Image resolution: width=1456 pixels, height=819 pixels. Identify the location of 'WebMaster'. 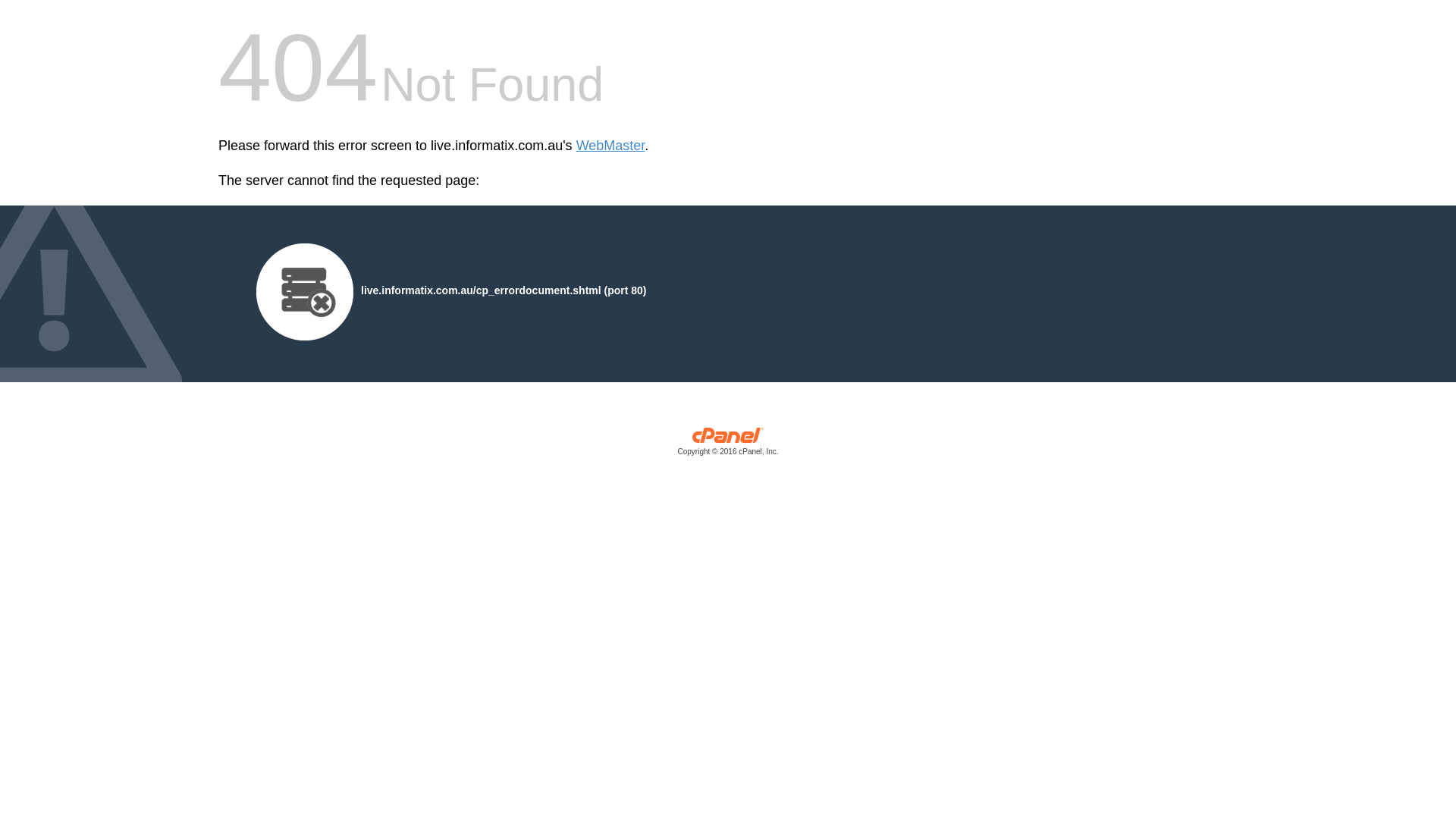
(575, 146).